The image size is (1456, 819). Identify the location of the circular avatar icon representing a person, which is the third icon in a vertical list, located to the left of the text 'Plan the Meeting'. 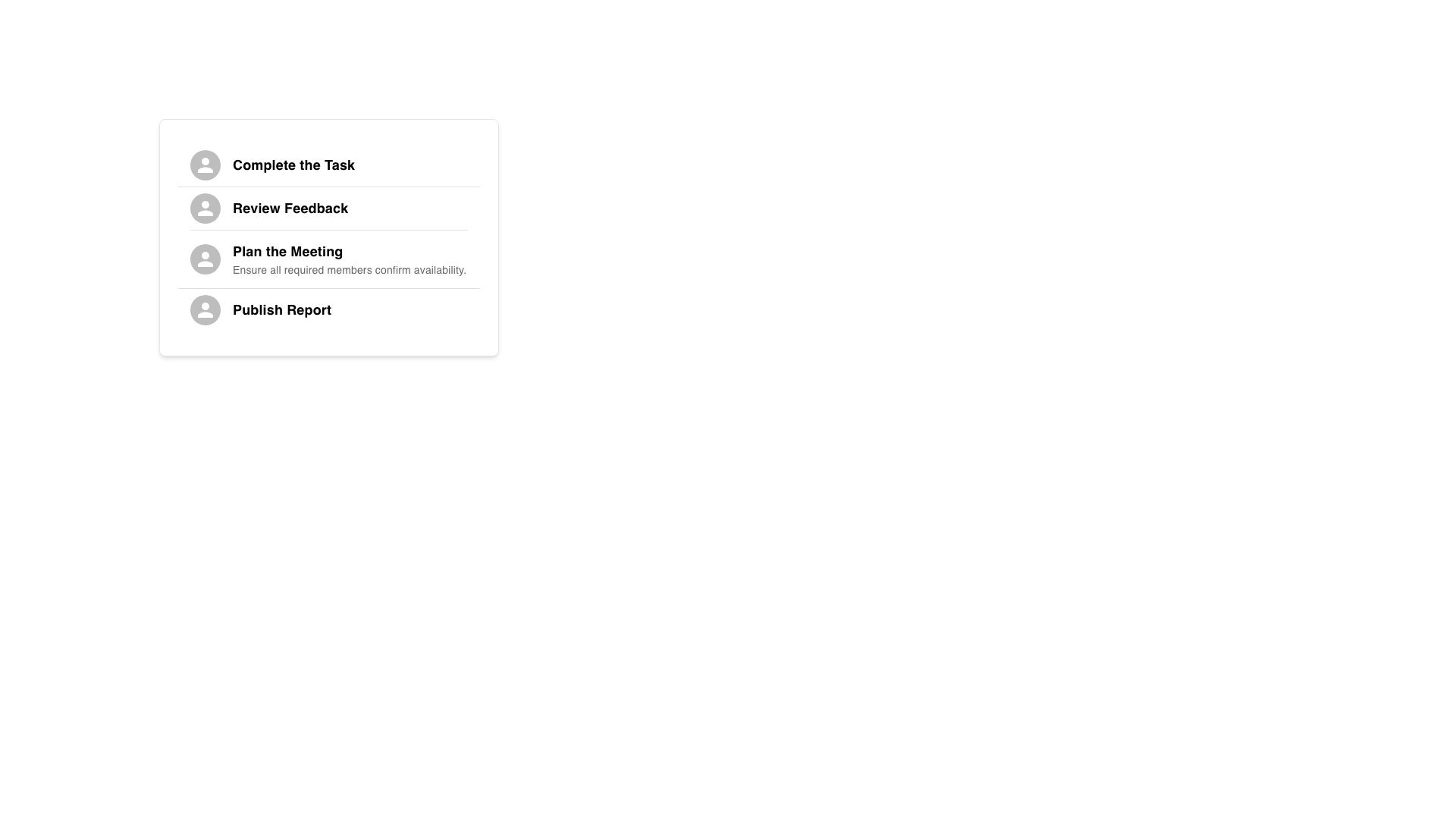
(204, 259).